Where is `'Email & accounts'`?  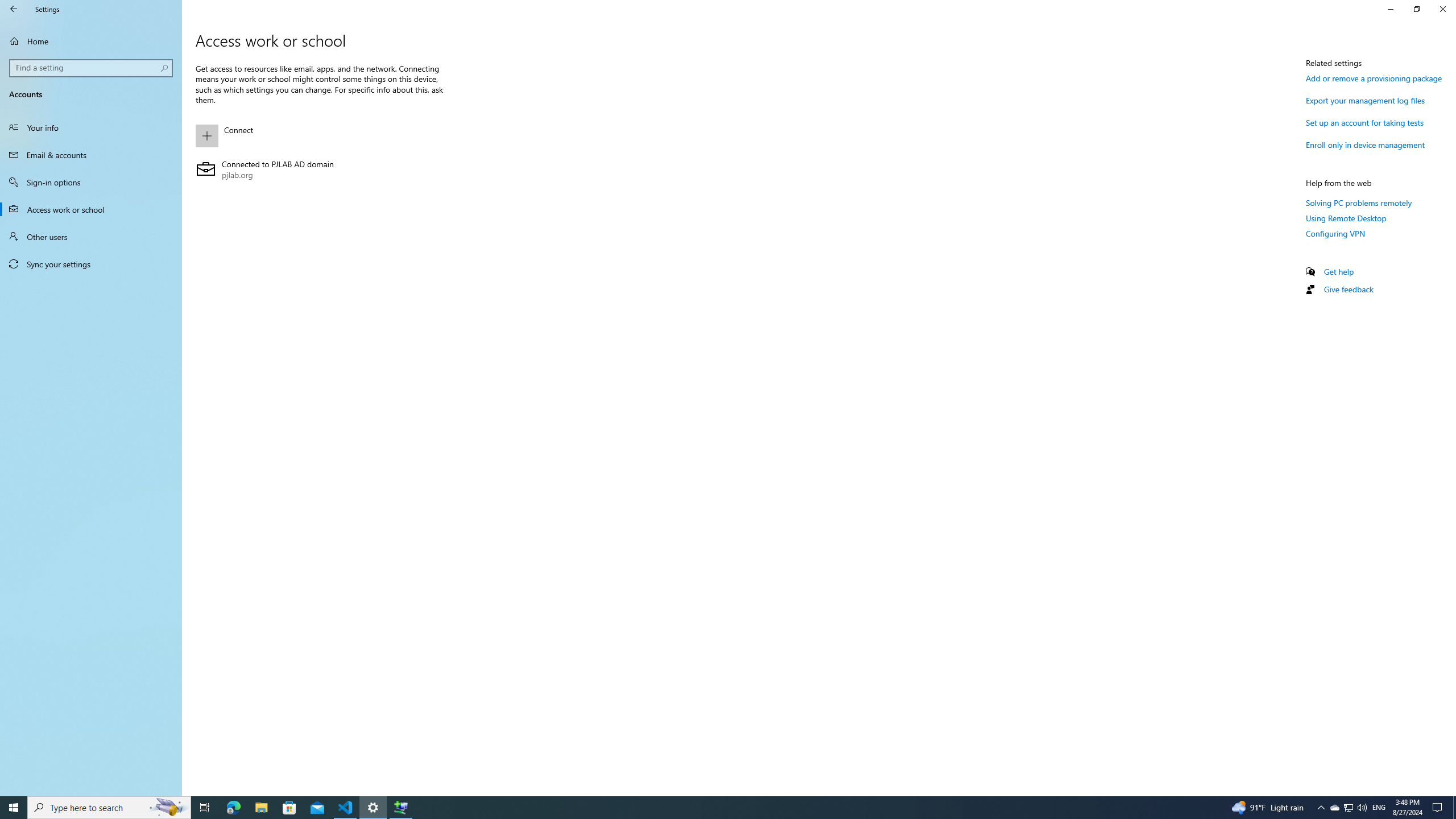
'Email & accounts' is located at coordinates (90, 154).